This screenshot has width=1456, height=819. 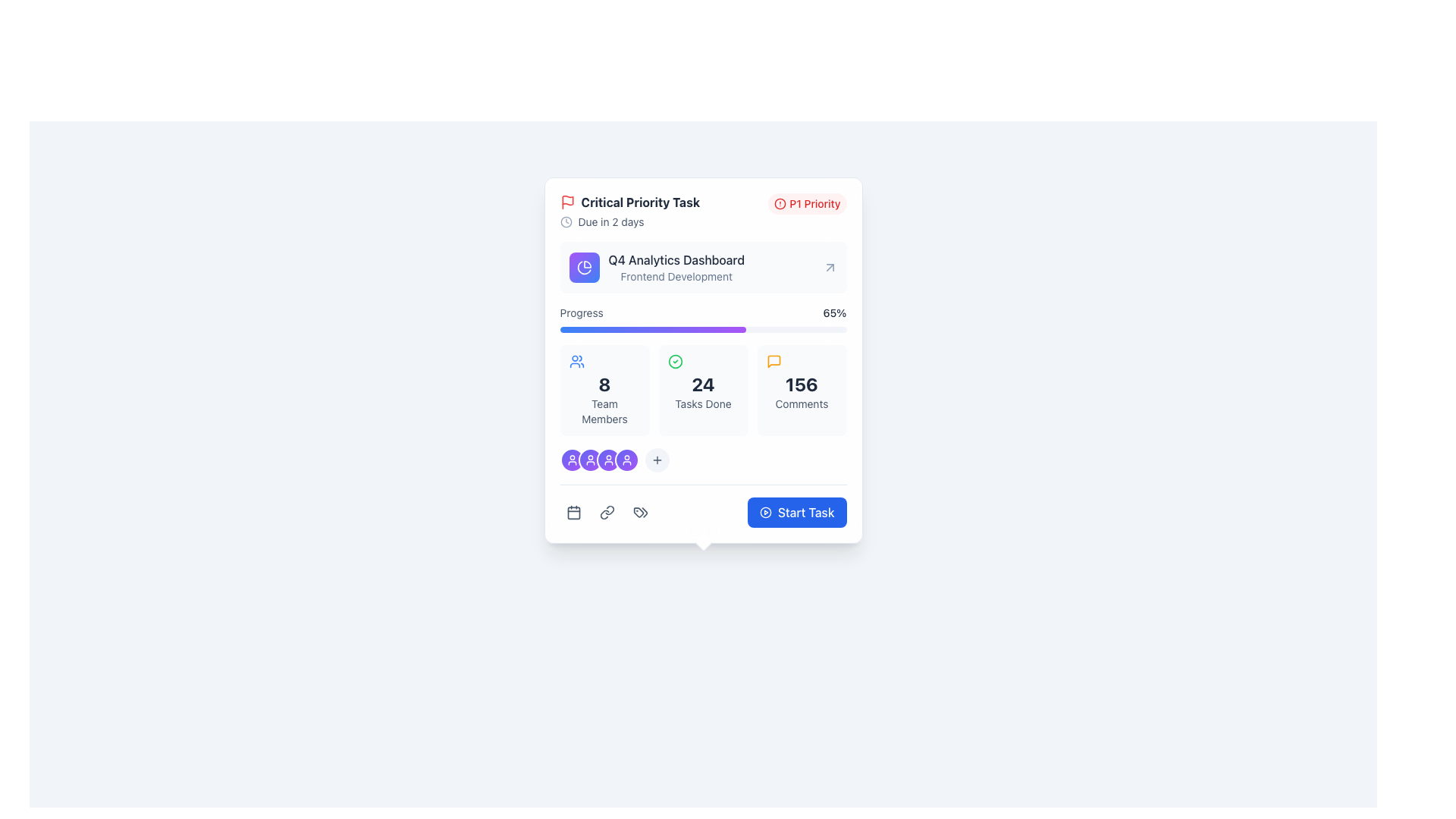 I want to click on the 'Start Task' button located at the bottom right corner of the highlighted task card, so click(x=805, y=512).